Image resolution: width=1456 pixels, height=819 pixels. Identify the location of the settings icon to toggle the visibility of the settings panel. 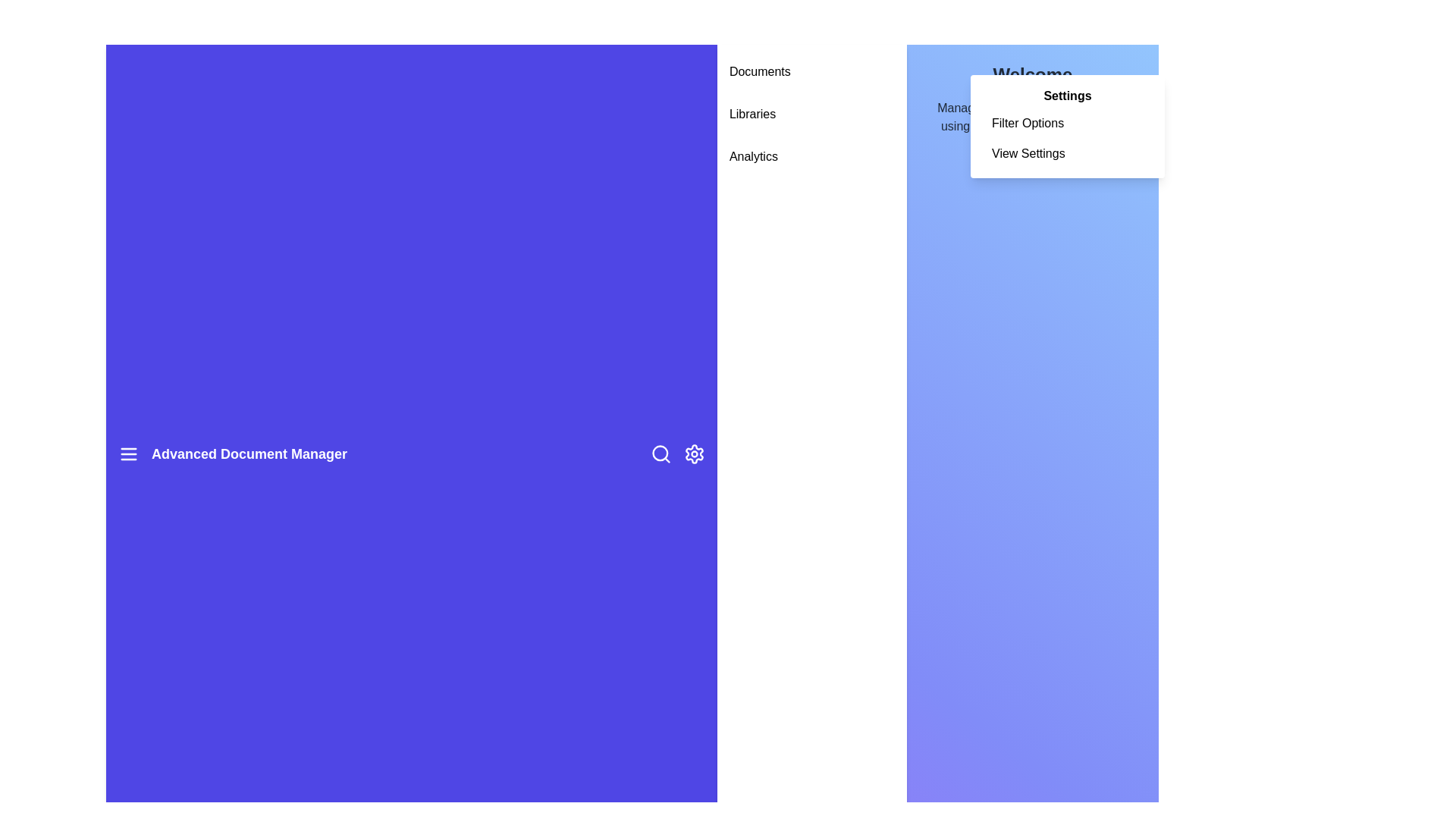
(693, 453).